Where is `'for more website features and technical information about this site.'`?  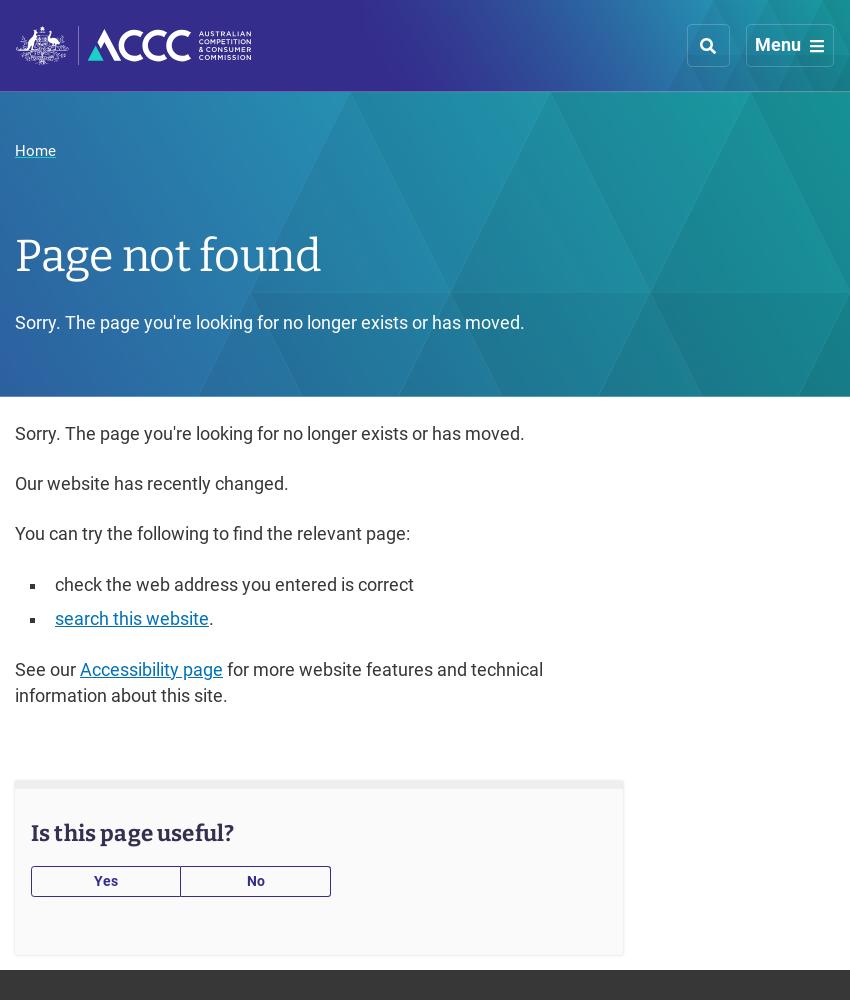
'for more website features and technical information about this site.' is located at coordinates (277, 682).